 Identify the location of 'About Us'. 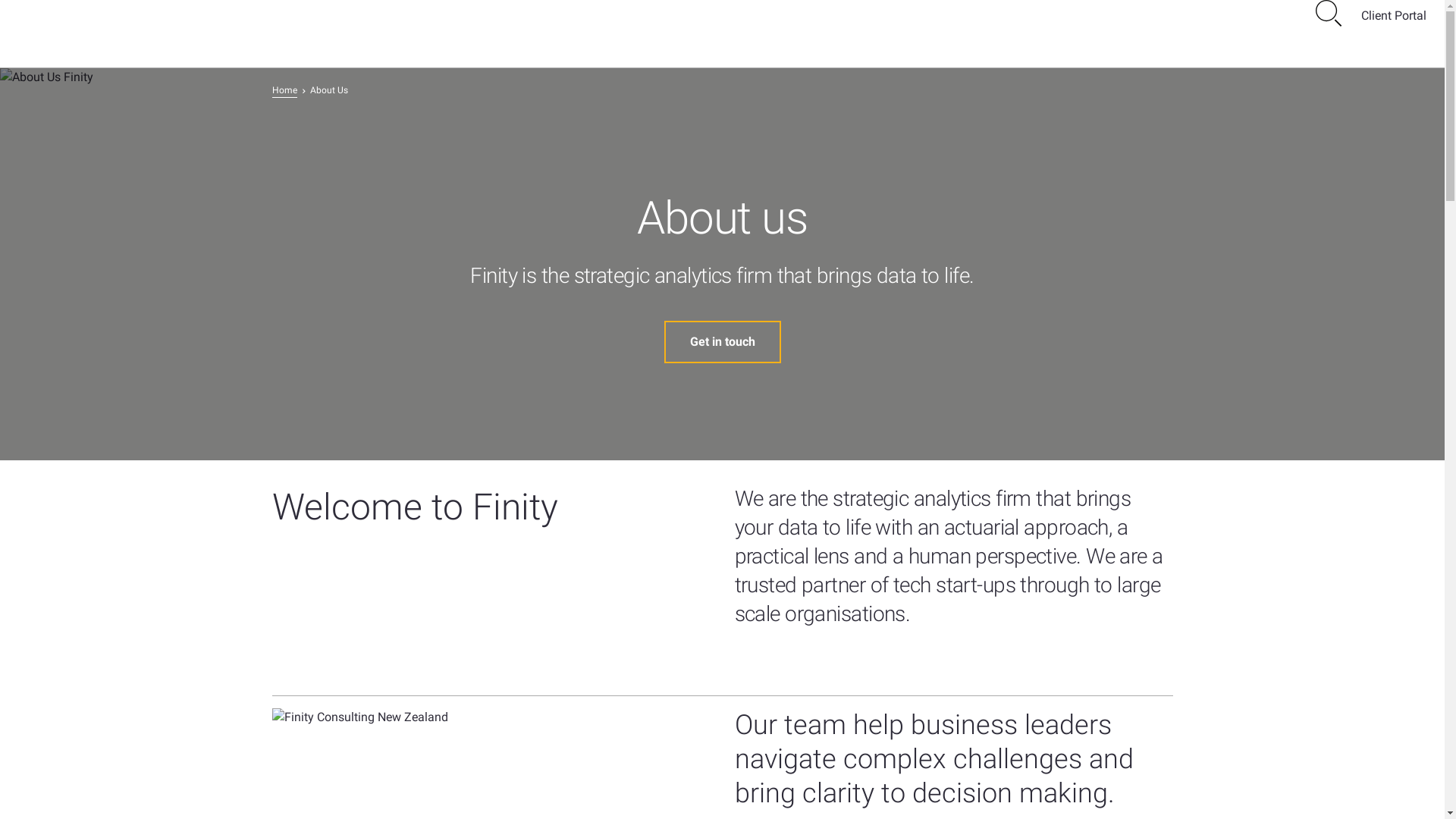
(327, 90).